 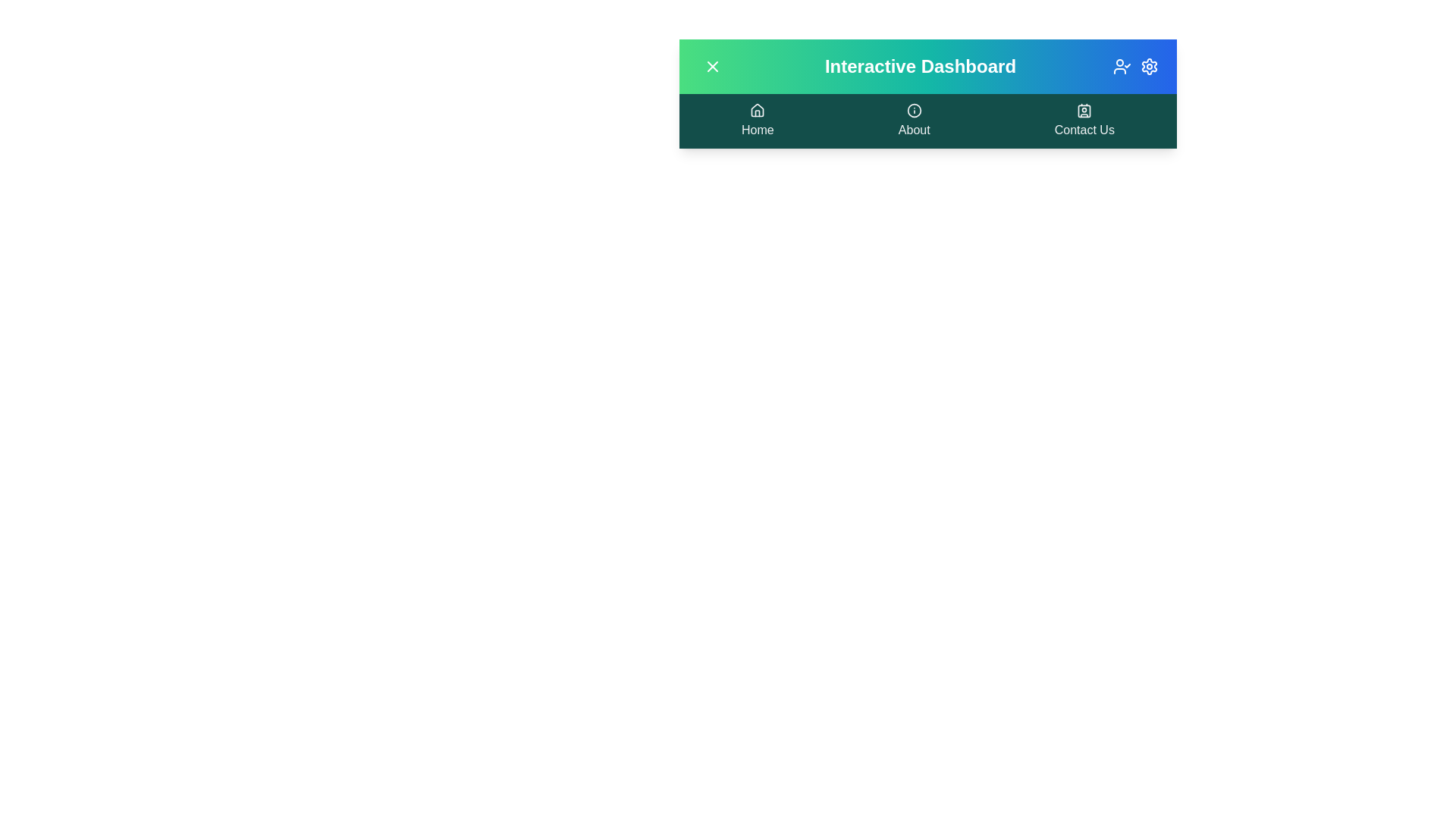 I want to click on the 'Home' menu item to navigate to the Home section, so click(x=757, y=120).